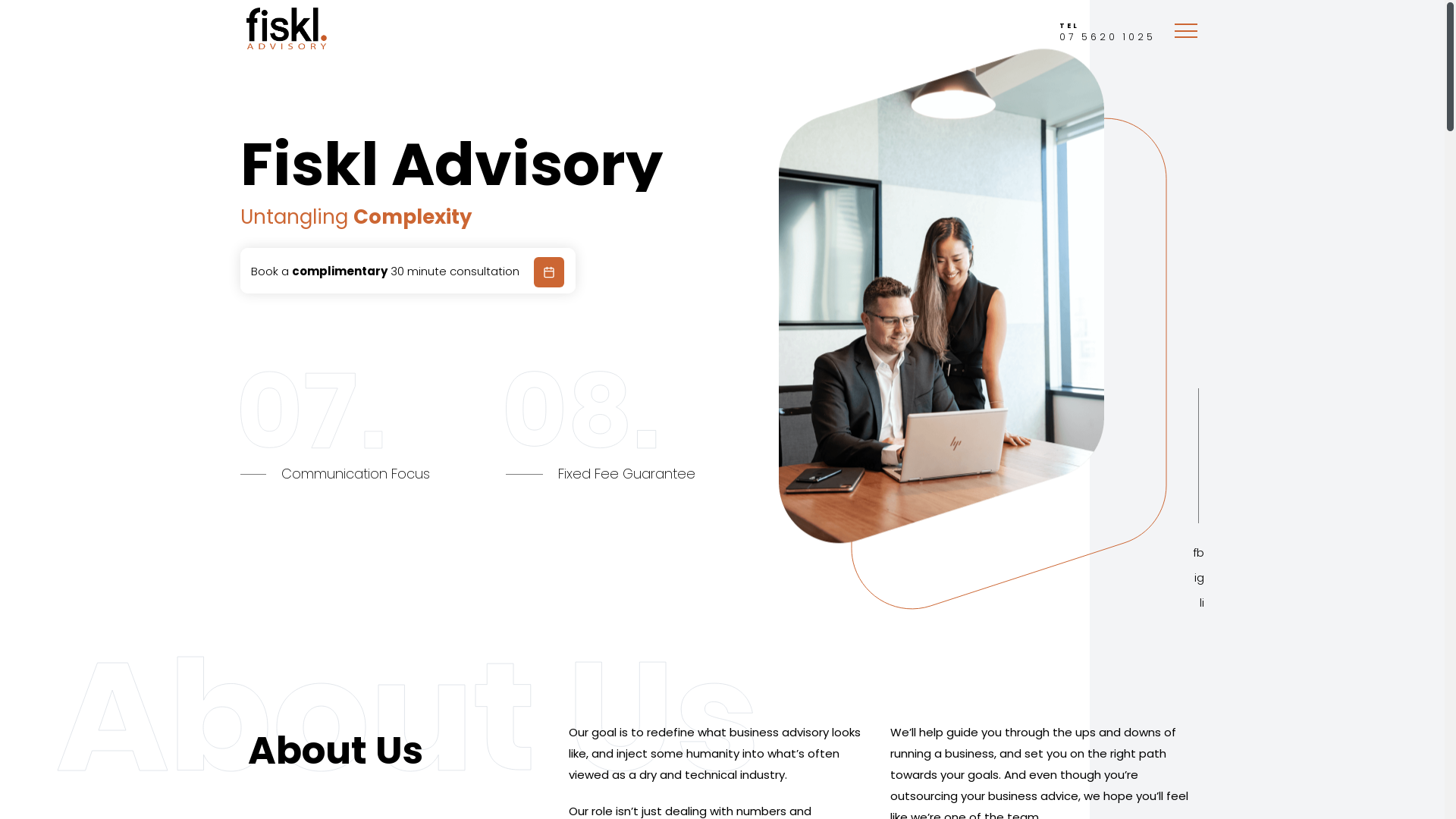  What do you see at coordinates (1197, 552) in the screenshot?
I see `'fb'` at bounding box center [1197, 552].